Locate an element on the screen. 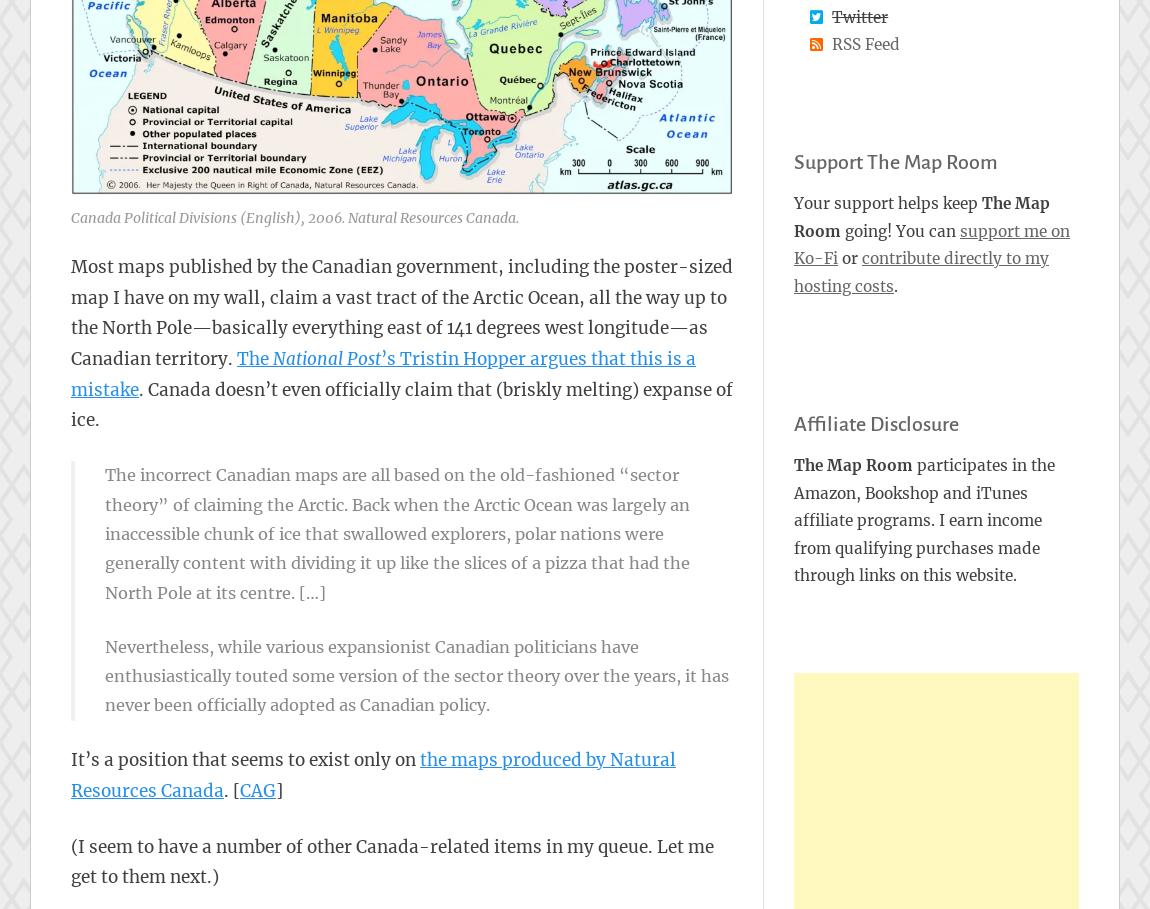 The width and height of the screenshot is (1150, 909). ']' is located at coordinates (278, 789).